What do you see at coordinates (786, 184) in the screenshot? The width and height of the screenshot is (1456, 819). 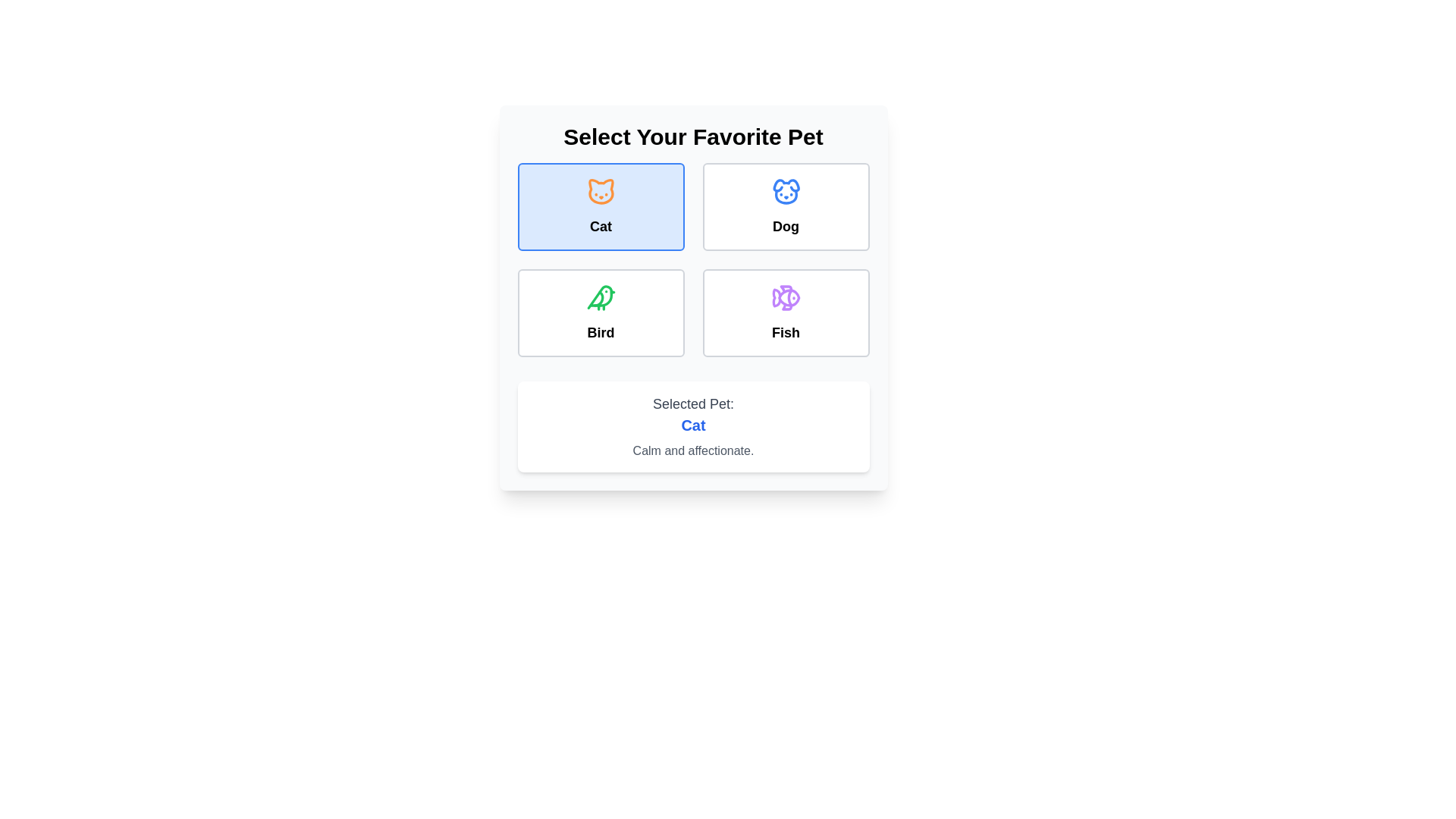 I see `the stylized dog icon located in the top-right quadrant of the 2x2 grid` at bounding box center [786, 184].